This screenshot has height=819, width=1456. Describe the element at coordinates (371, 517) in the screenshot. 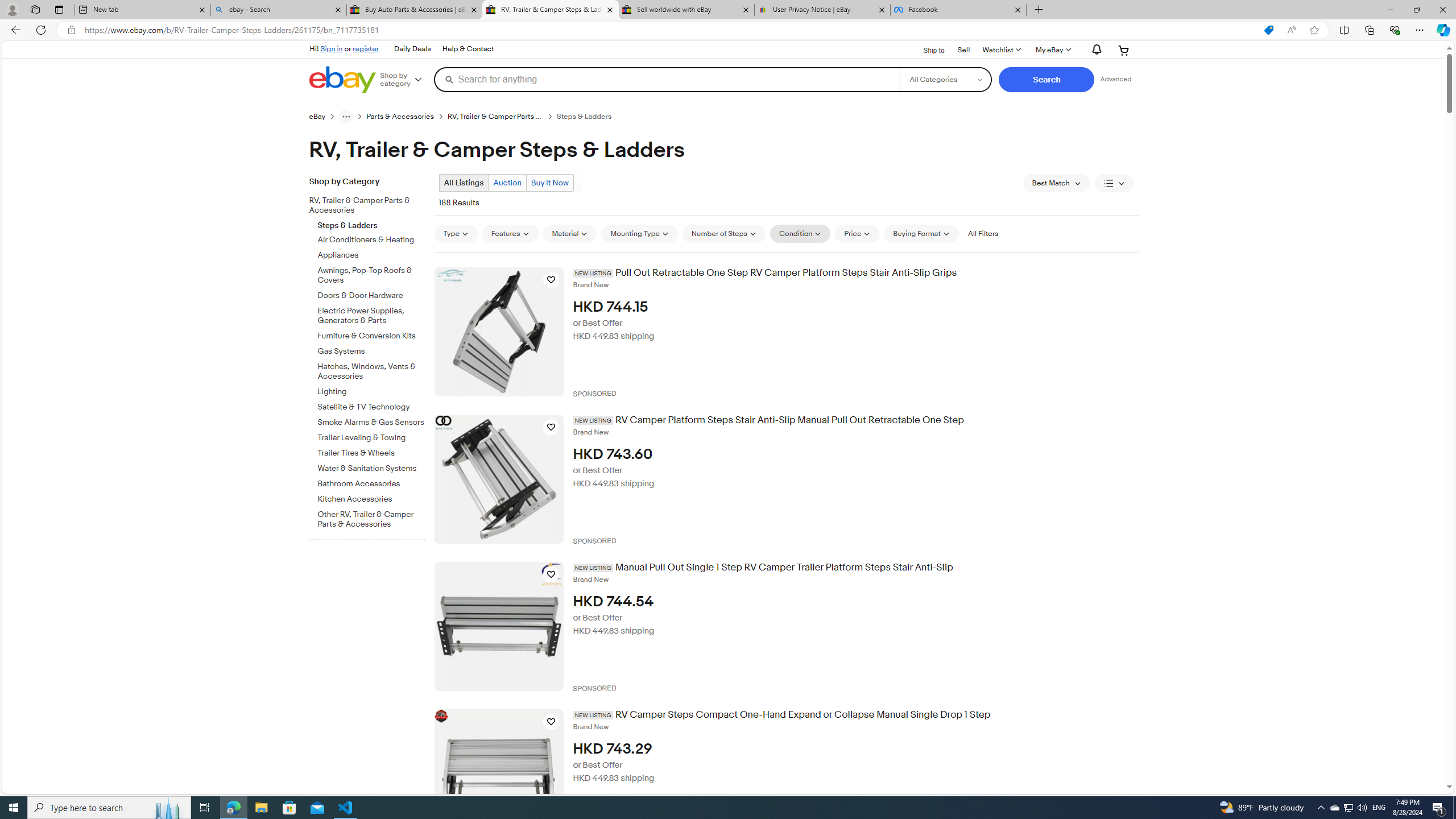

I see `'Other RV, Trailer & Camper Parts & Accessories'` at that location.